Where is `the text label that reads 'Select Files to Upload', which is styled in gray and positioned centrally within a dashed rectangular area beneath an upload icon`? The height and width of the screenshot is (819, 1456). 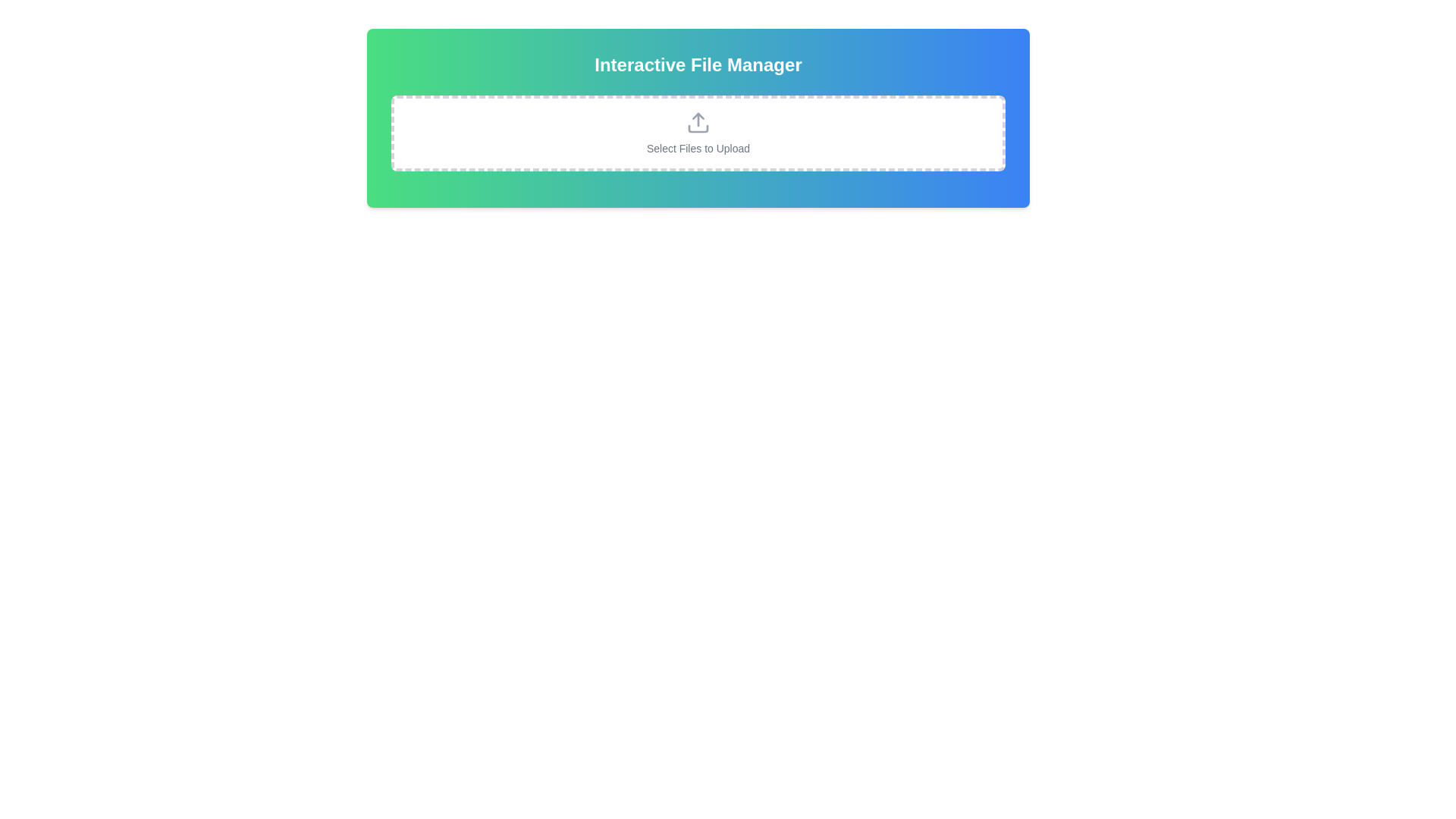 the text label that reads 'Select Files to Upload', which is styled in gray and positioned centrally within a dashed rectangular area beneath an upload icon is located at coordinates (698, 149).